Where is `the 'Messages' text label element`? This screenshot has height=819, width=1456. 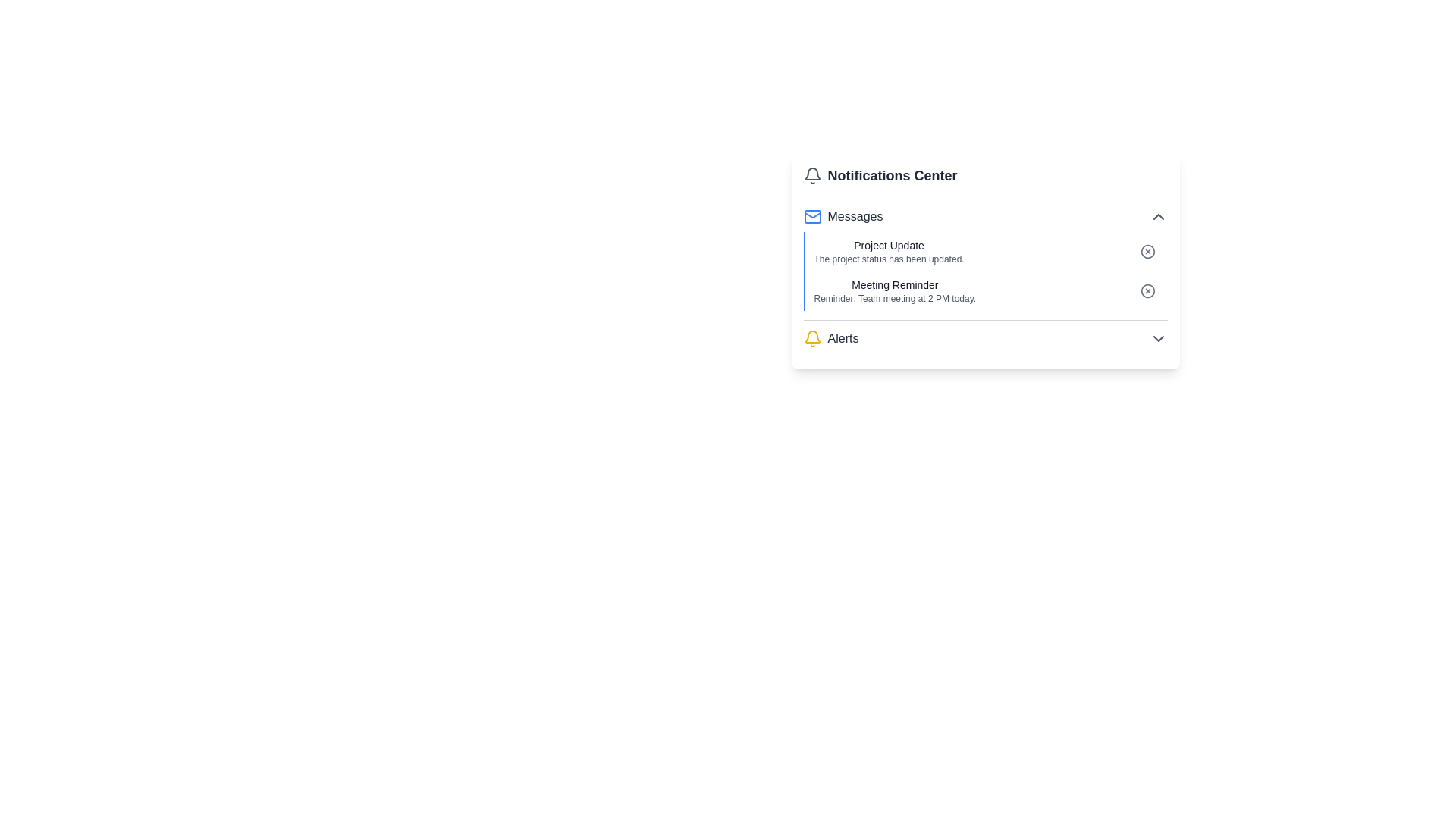
the 'Messages' text label element is located at coordinates (855, 216).